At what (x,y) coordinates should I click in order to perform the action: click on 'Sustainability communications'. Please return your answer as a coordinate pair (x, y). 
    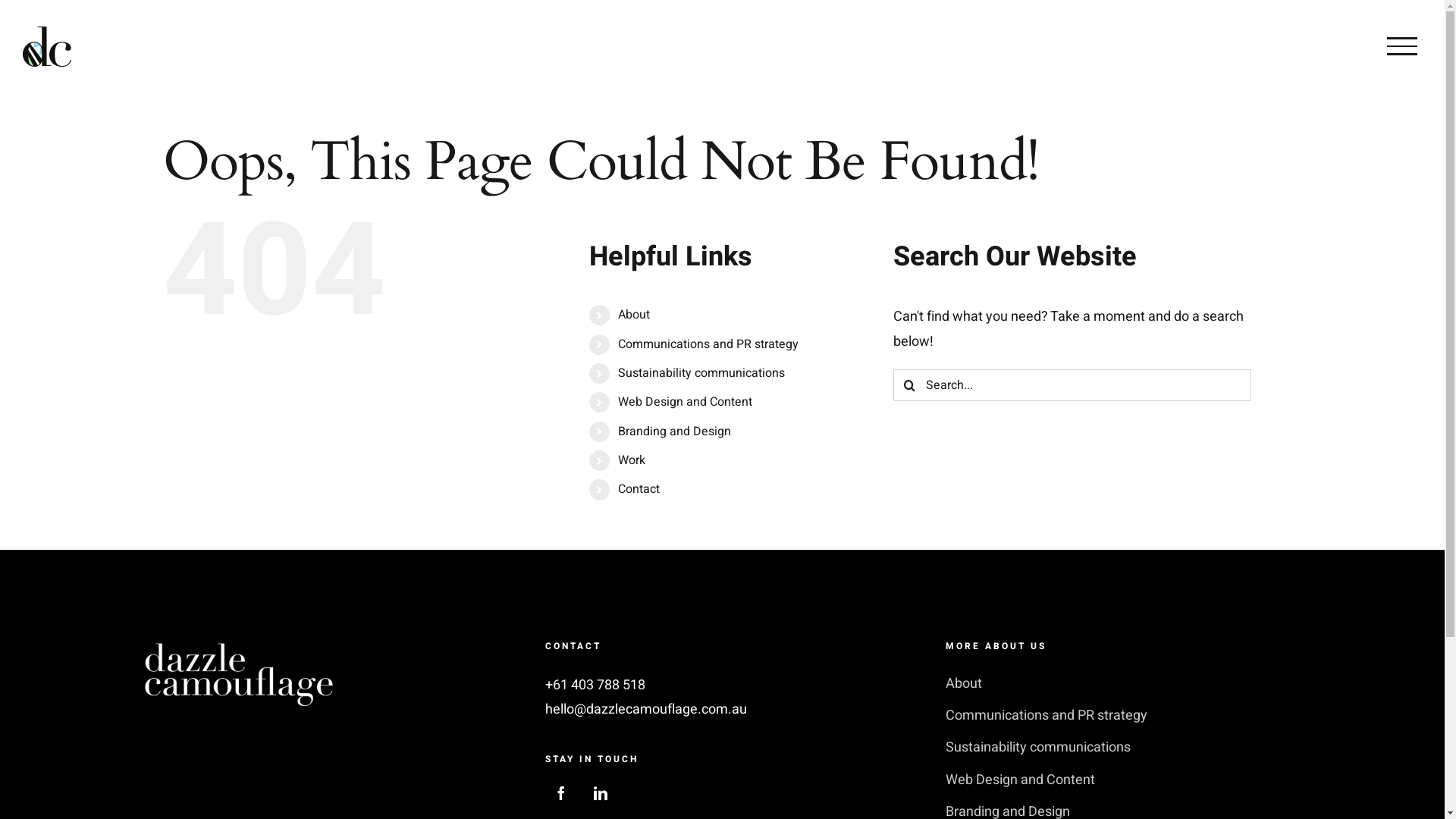
    Looking at the image, I should click on (701, 373).